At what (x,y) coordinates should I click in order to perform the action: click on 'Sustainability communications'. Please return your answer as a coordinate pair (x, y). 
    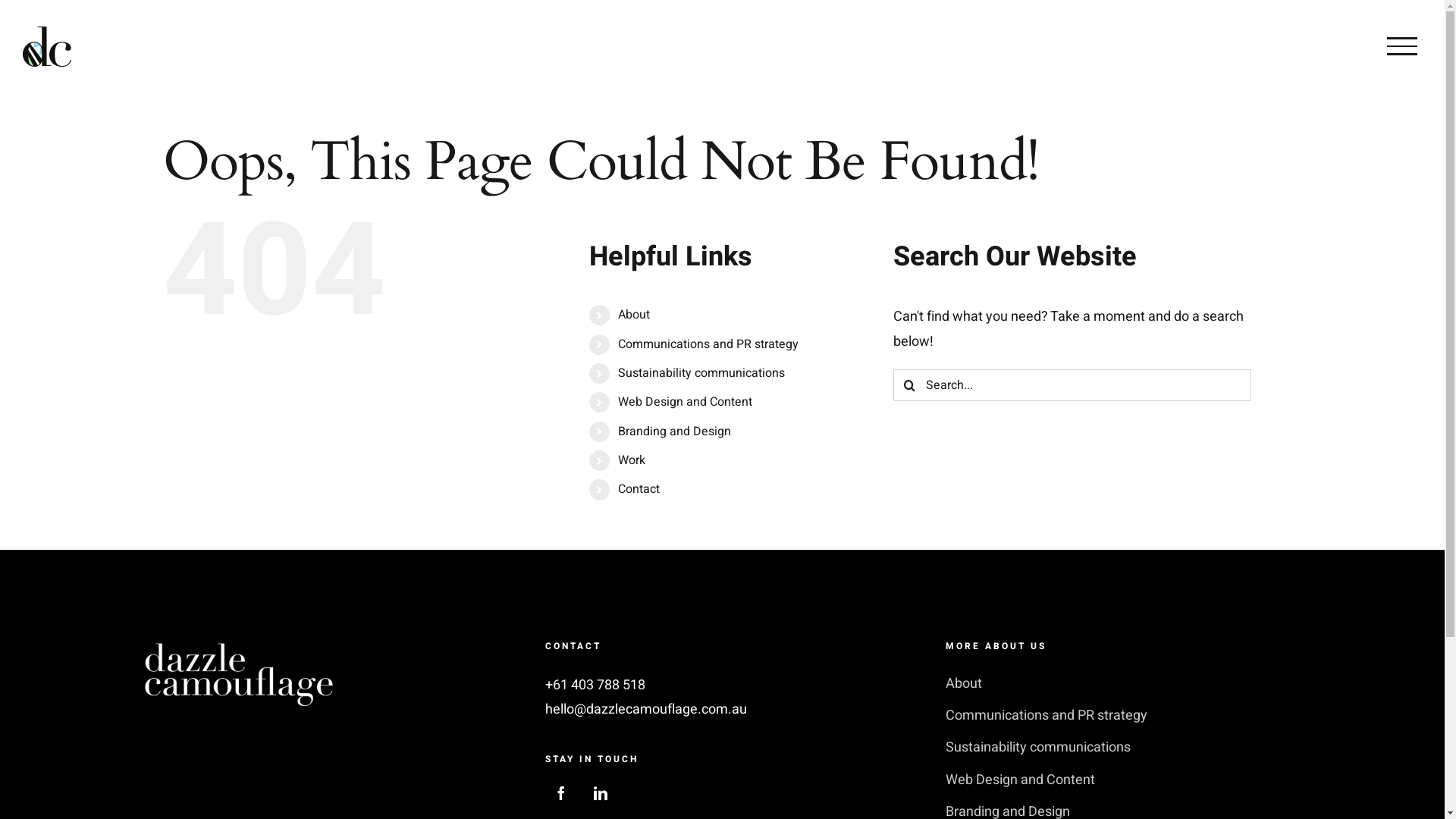
    Looking at the image, I should click on (701, 373).